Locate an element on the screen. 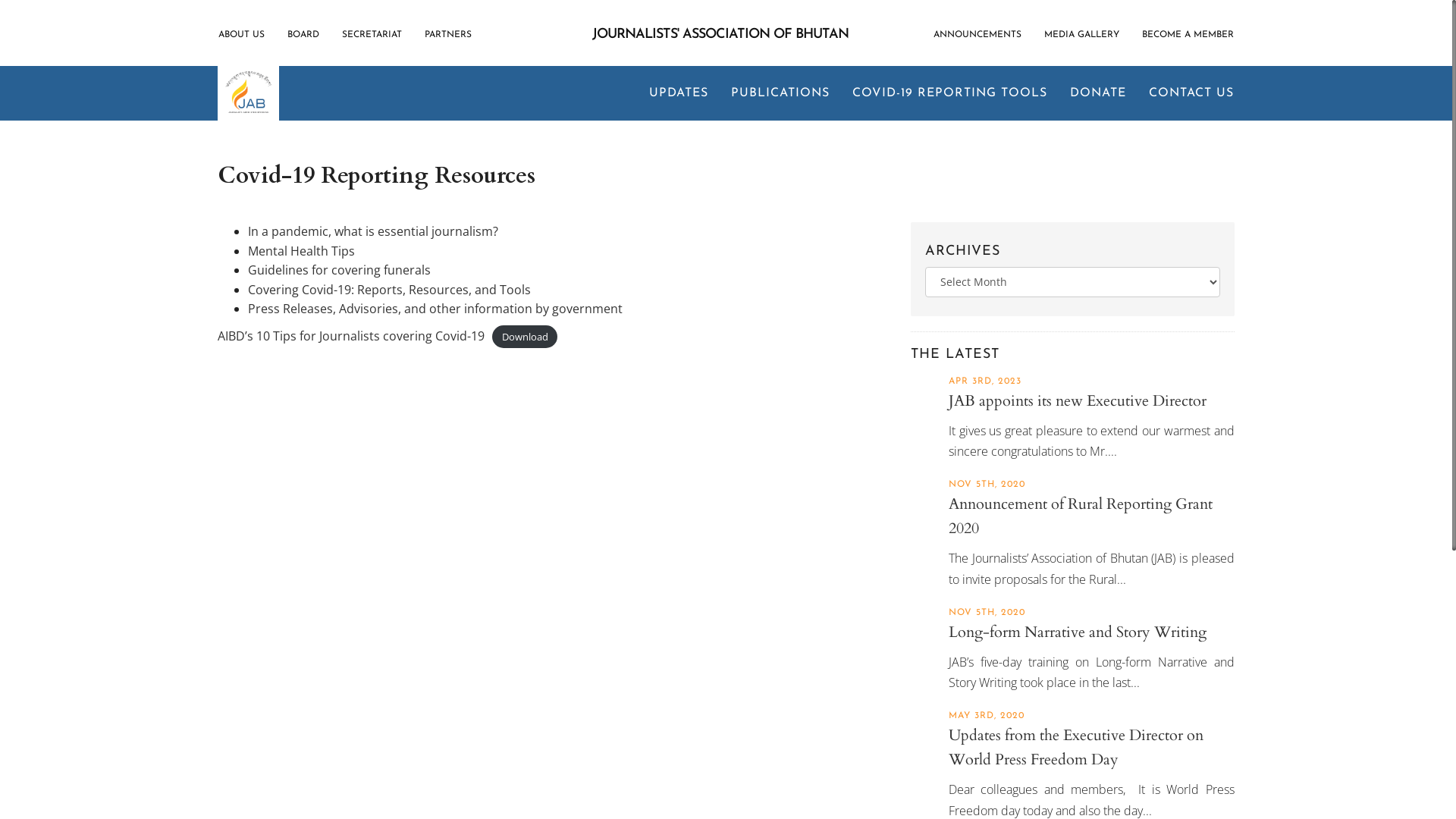 The height and width of the screenshot is (819, 1456). 'Download' is located at coordinates (525, 336).